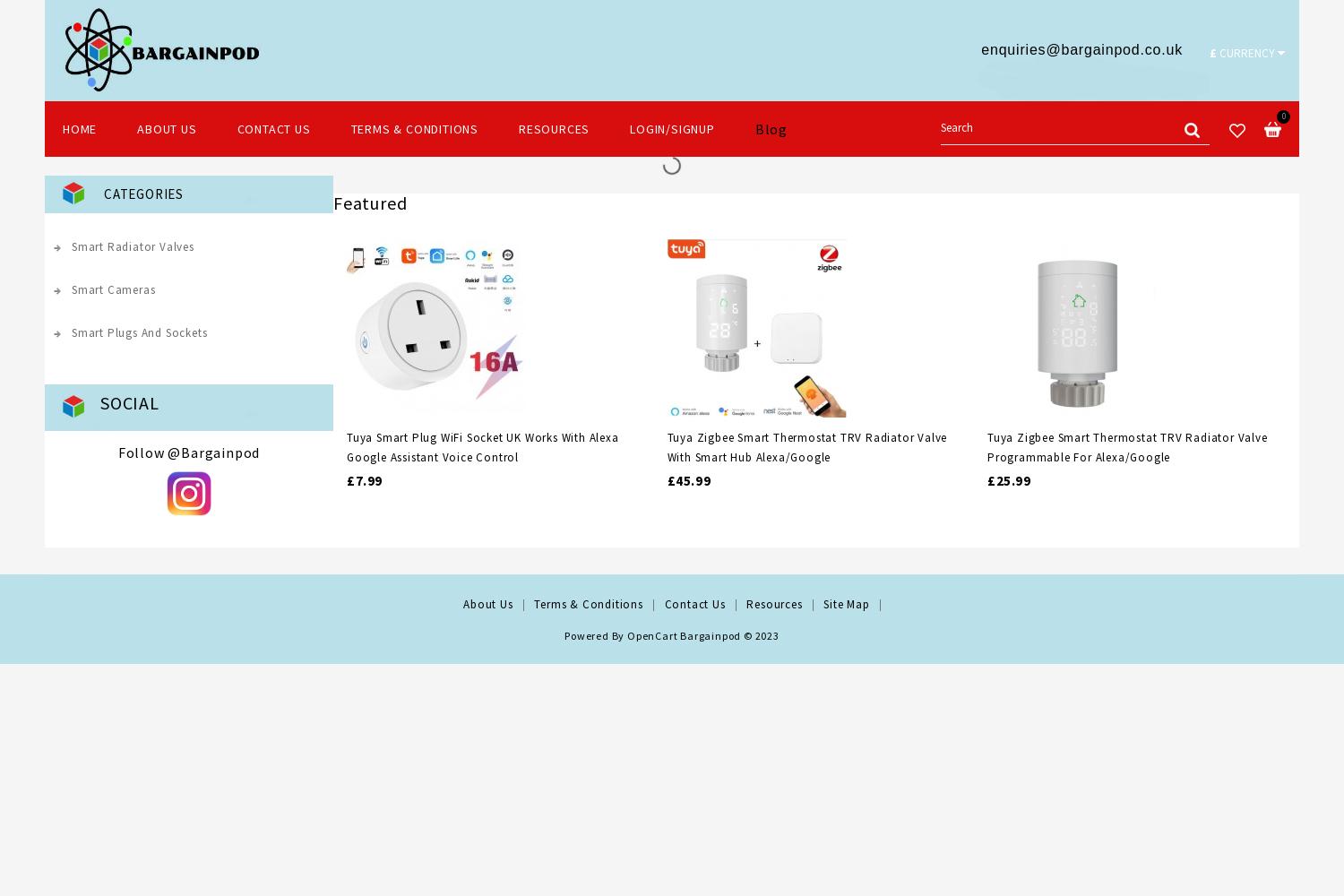 The height and width of the screenshot is (896, 1344). I want to click on 'Categories', so click(102, 193).